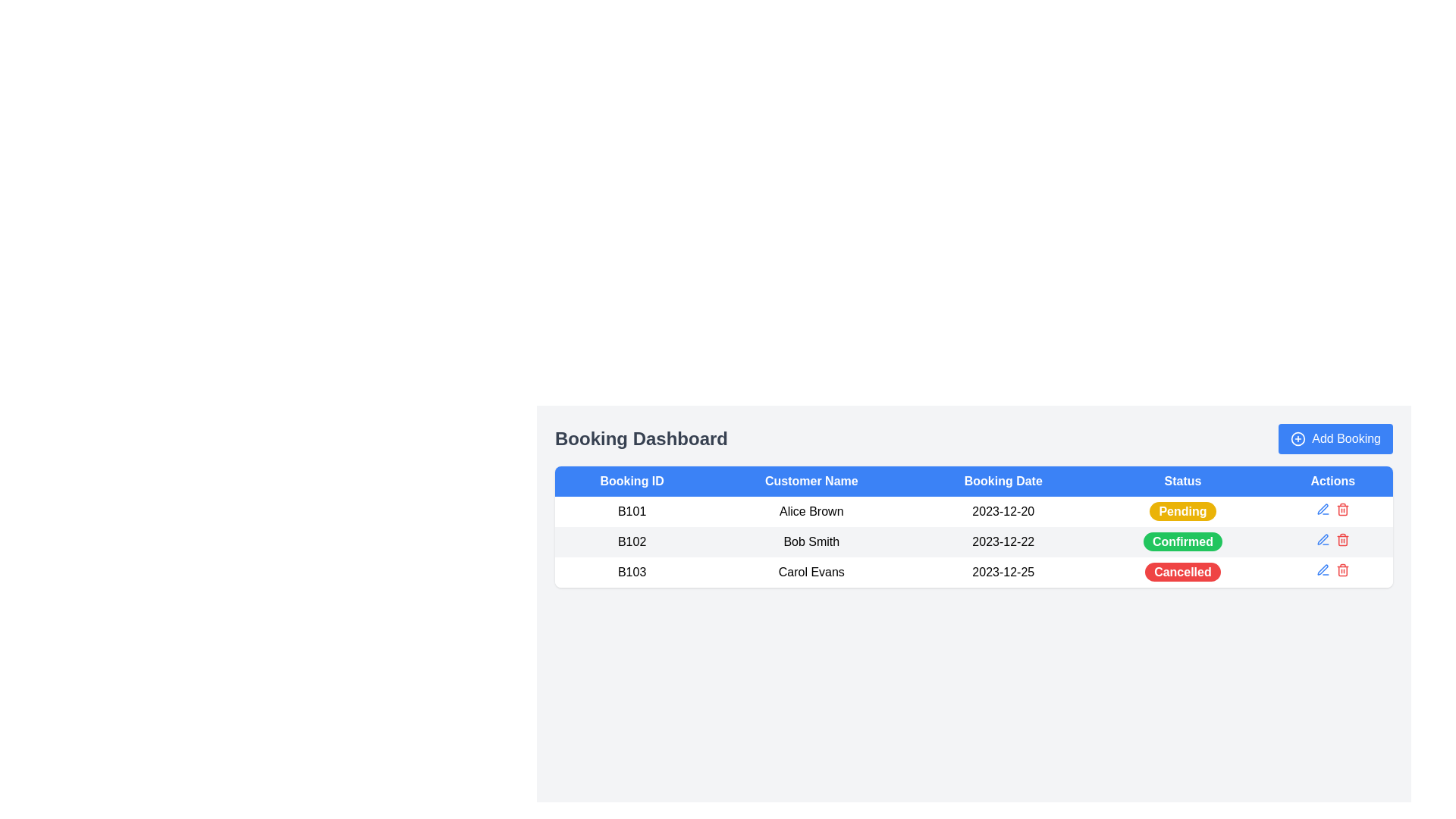 The image size is (1456, 819). What do you see at coordinates (632, 573) in the screenshot?
I see `the static text element representing the Booking ID in the third row of the dashboard table, located next to the customer name 'Carol Evans'` at bounding box center [632, 573].